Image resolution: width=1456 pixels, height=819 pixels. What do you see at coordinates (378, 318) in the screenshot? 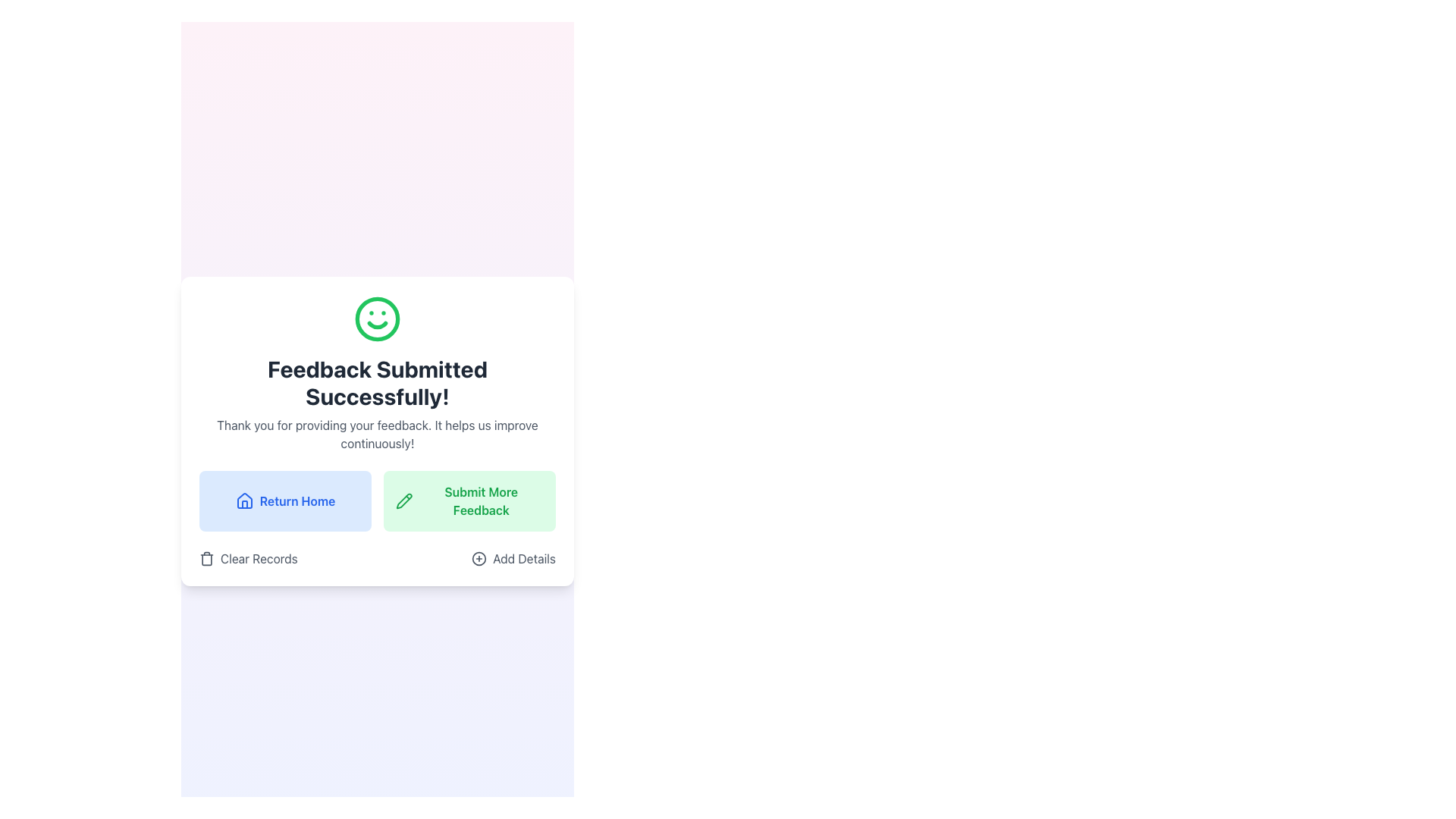
I see `the decorative success feedback icon, which features a smiley face and is positioned above the 'Feedback Submitted Successfully!' text` at bounding box center [378, 318].